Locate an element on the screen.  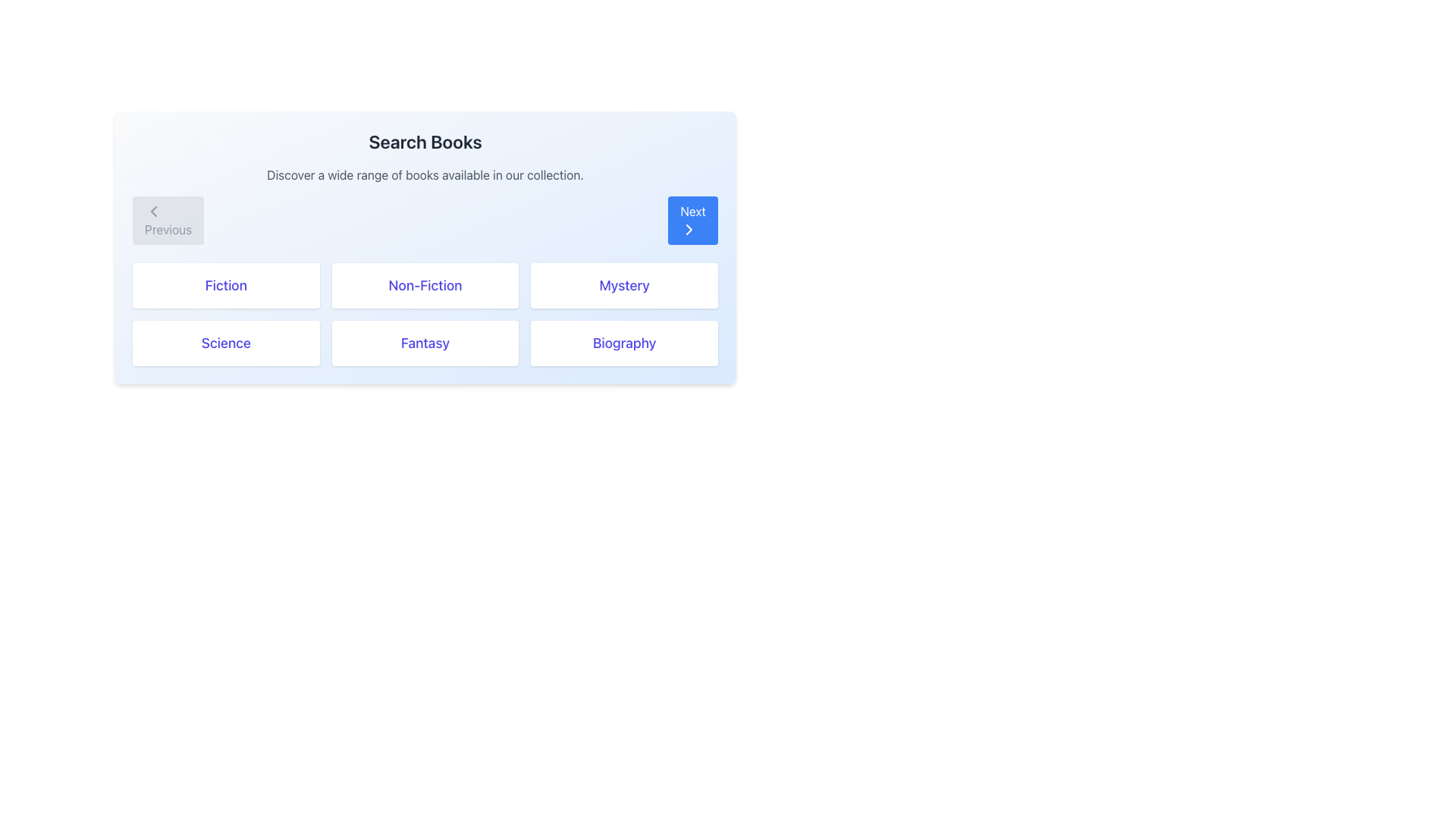
the left-facing chevron icon within the 'Previous' button located in the top-left area of the pane is located at coordinates (153, 211).